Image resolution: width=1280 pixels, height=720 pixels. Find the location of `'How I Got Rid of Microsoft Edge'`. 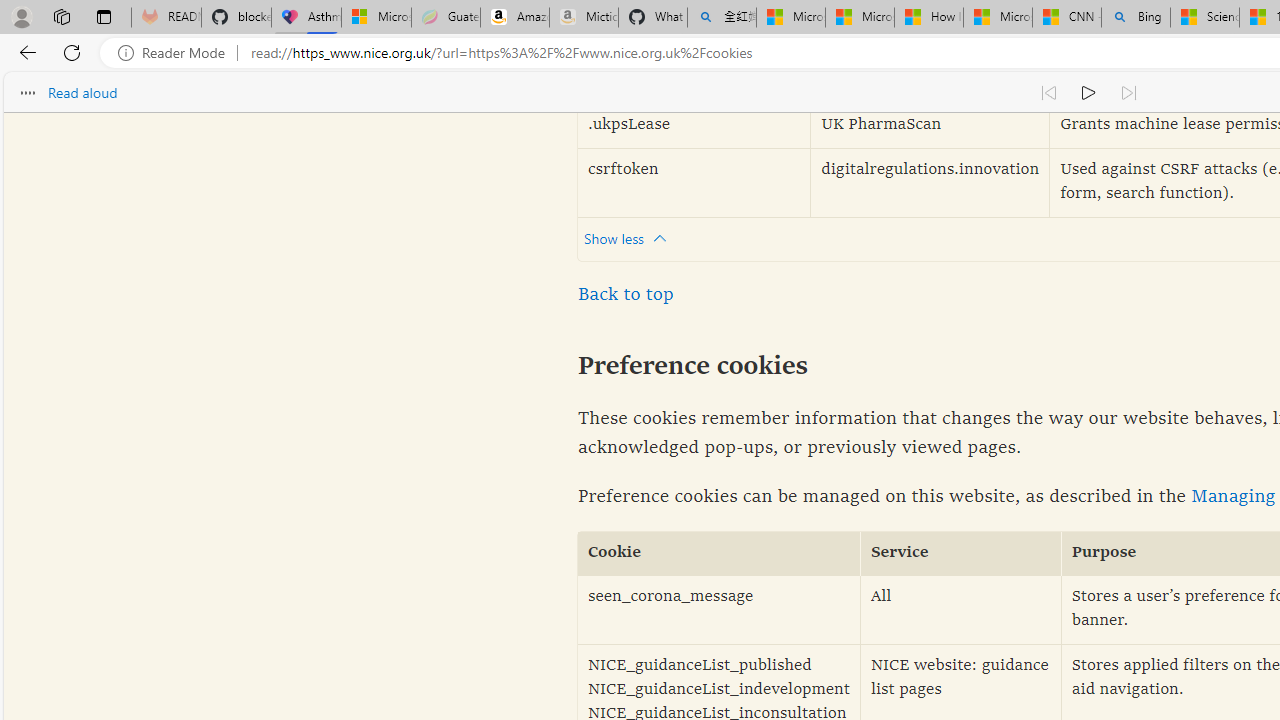

'How I Got Rid of Microsoft Edge' is located at coordinates (927, 17).